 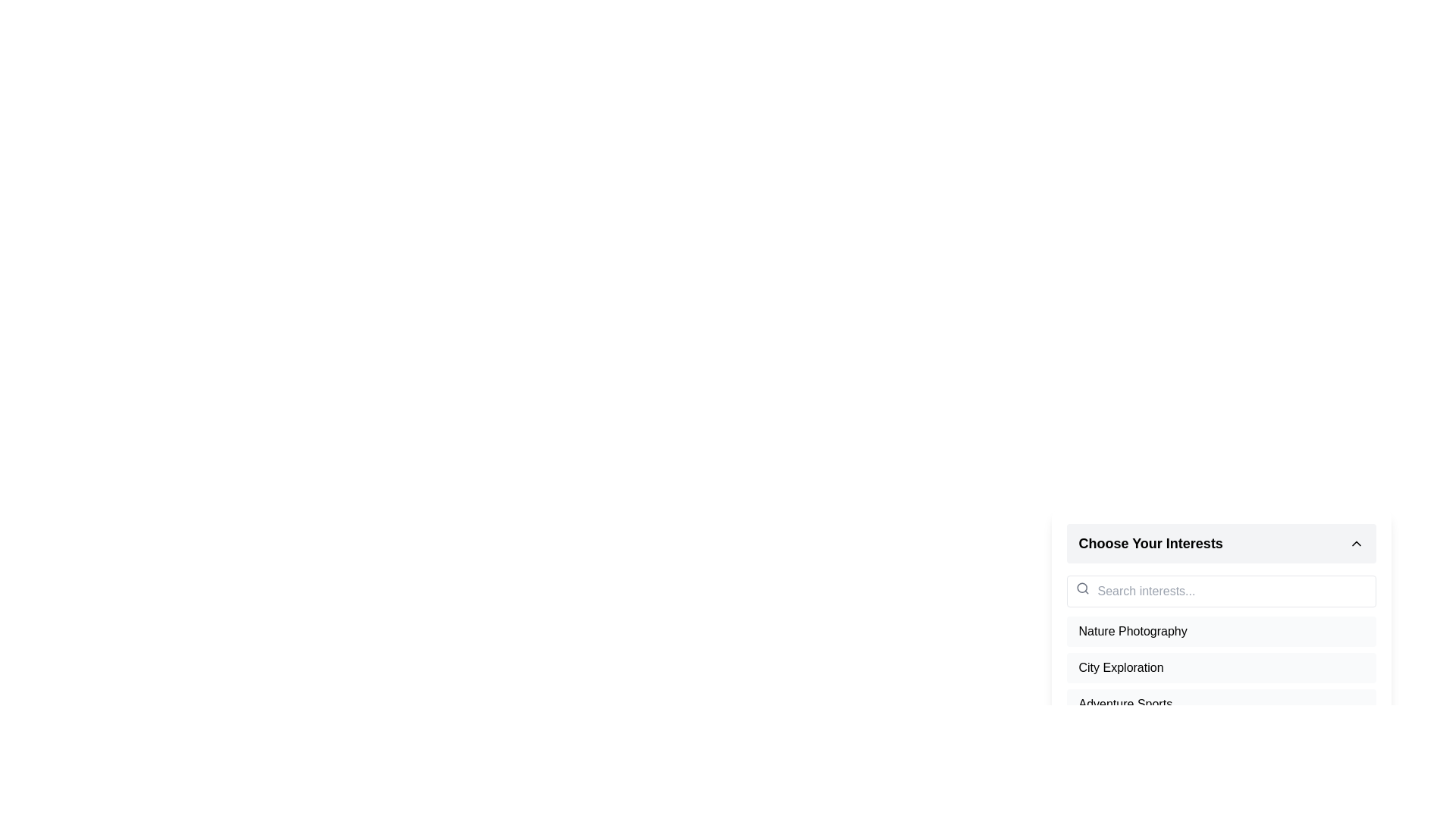 What do you see at coordinates (1221, 665) in the screenshot?
I see `the second list item labeled 'City Exploration', which is highlighted when hovered over` at bounding box center [1221, 665].